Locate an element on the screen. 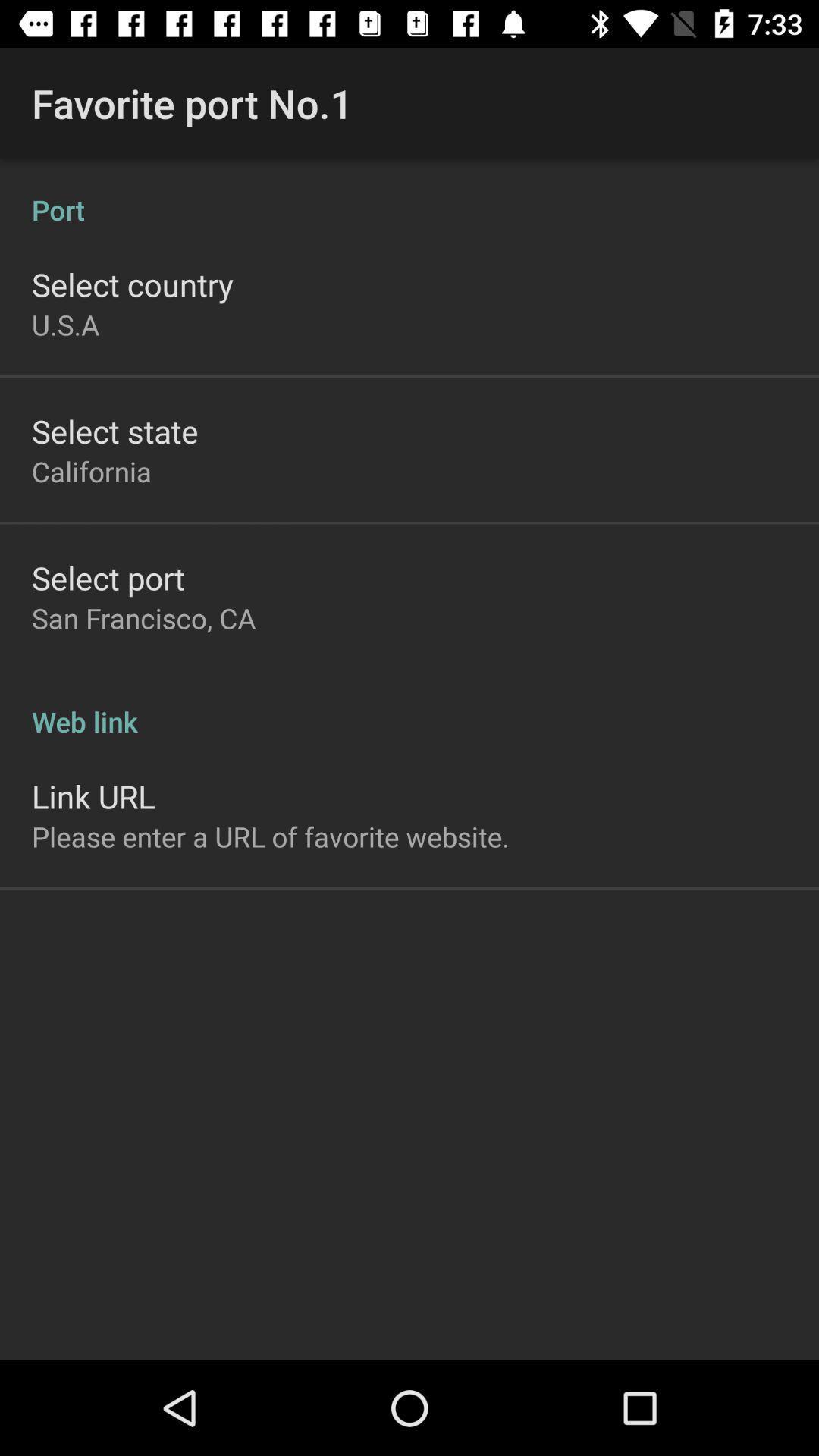 The image size is (819, 1456). u.s.a app is located at coordinates (64, 324).